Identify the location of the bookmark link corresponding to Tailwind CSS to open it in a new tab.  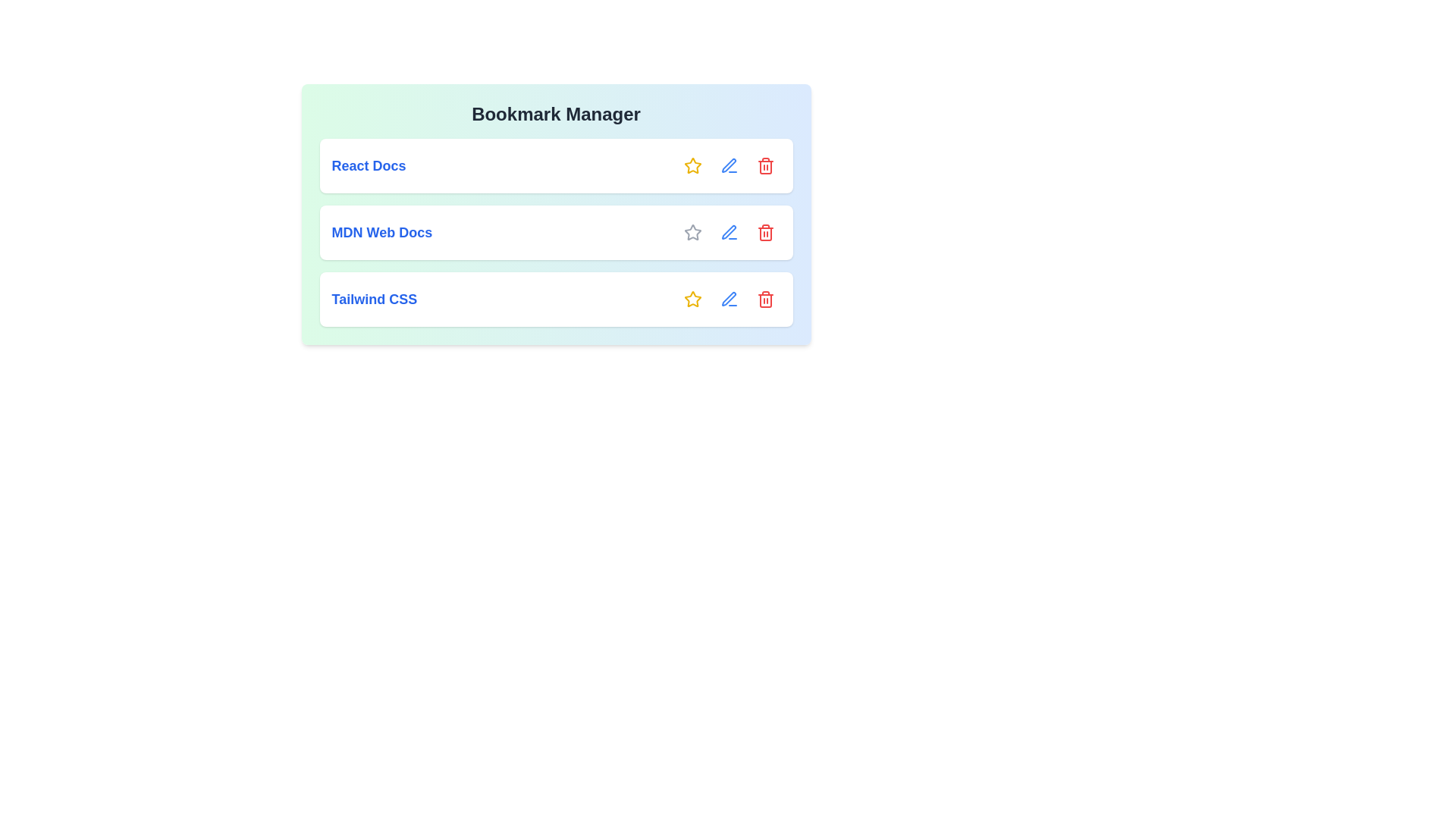
(374, 299).